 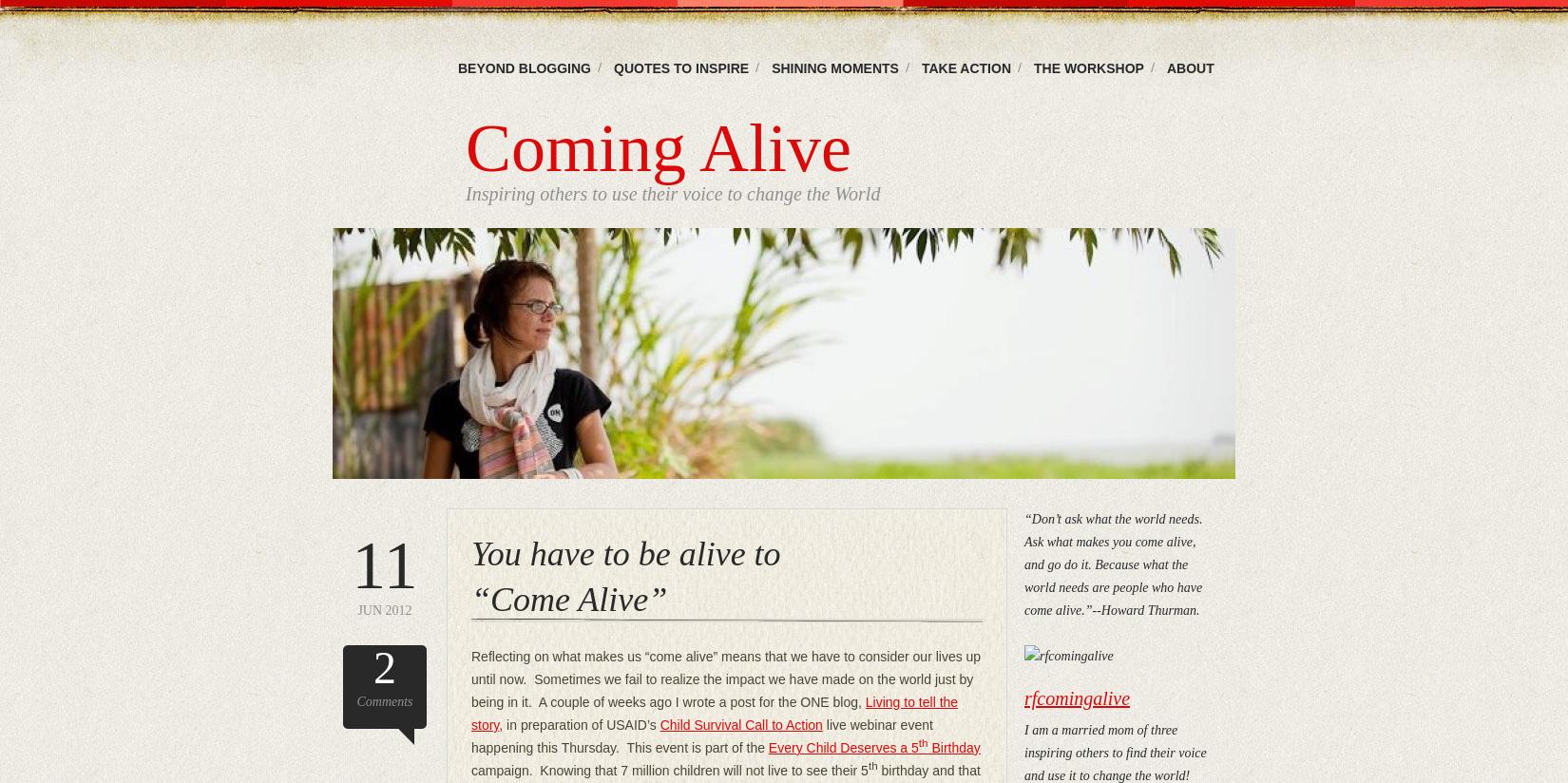 What do you see at coordinates (384, 609) in the screenshot?
I see `'Jun 2012'` at bounding box center [384, 609].